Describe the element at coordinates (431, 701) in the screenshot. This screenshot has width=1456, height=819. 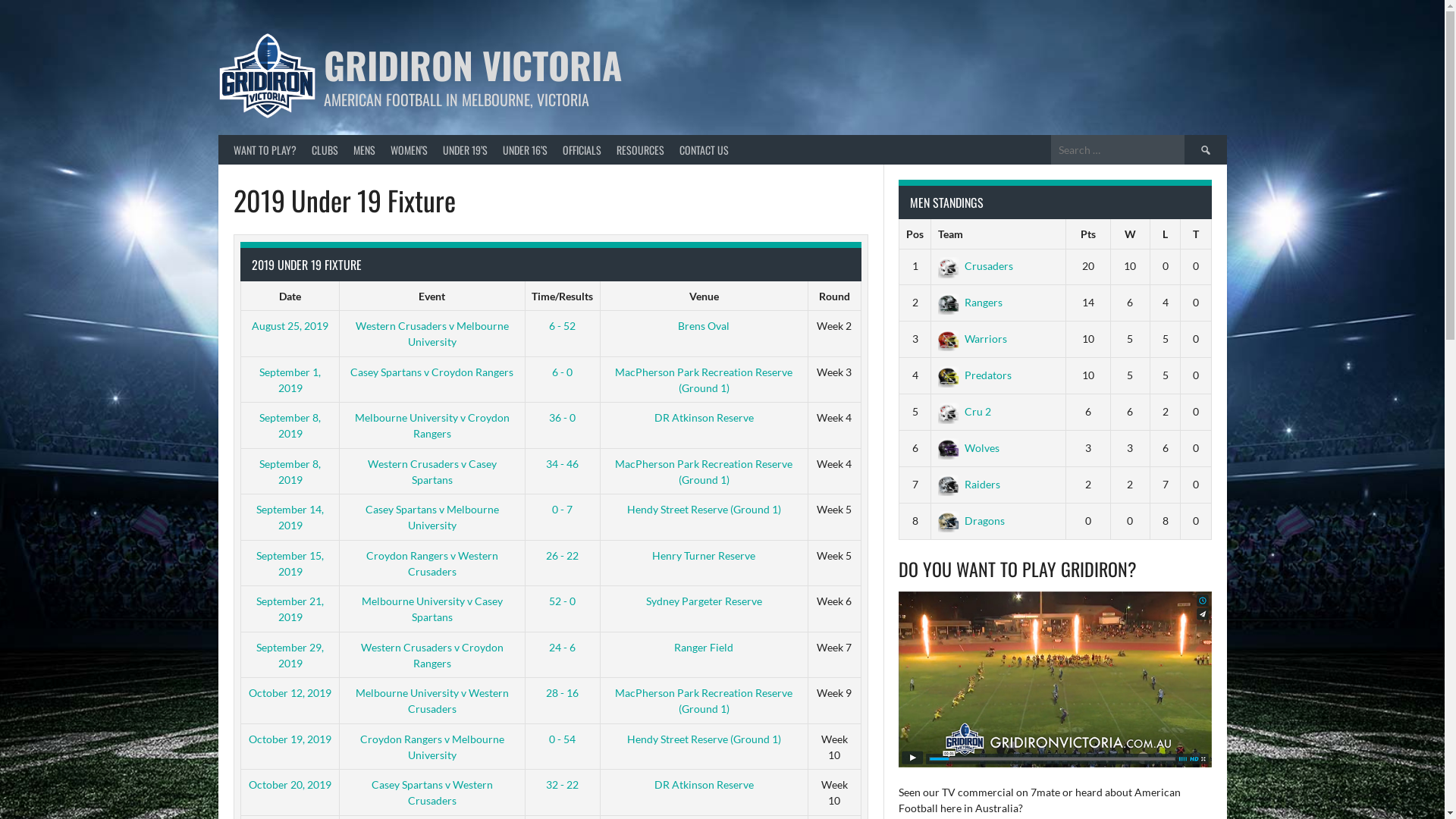
I see `'Melbourne University v Western Crusaders'` at that location.